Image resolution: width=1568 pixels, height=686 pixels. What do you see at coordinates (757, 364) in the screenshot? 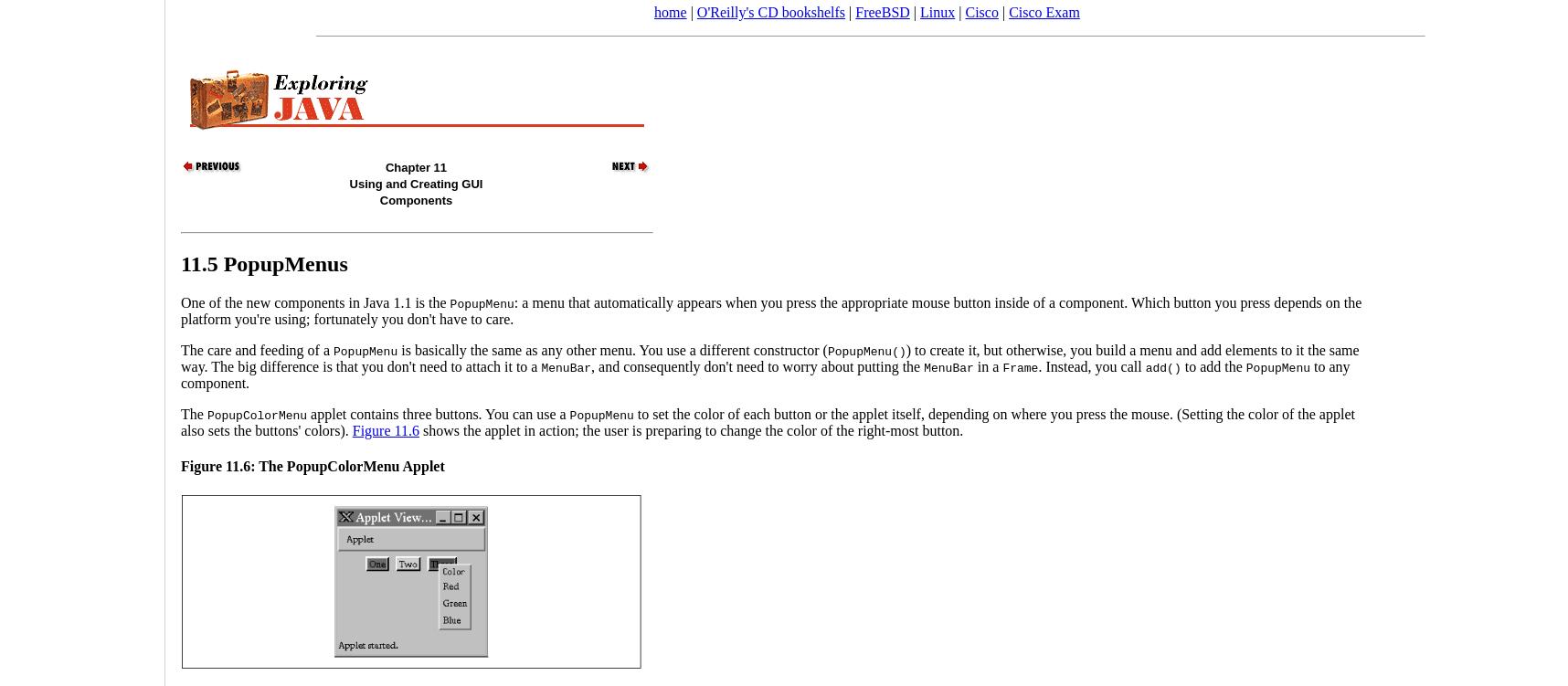
I see `', and consequently don't need to
worry about putting the'` at bounding box center [757, 364].